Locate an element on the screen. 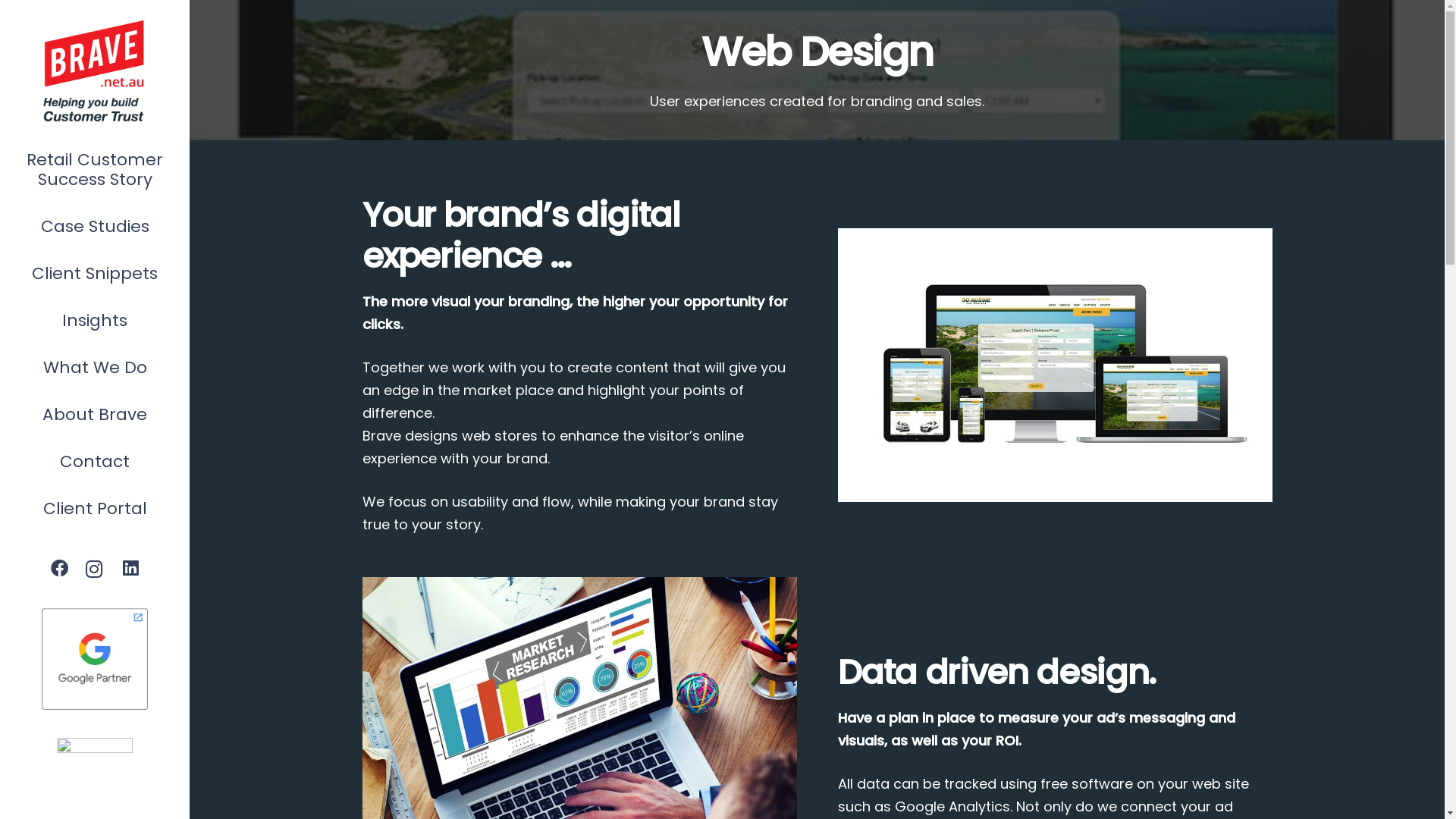 Image resolution: width=1456 pixels, height=819 pixels. 'Contact' is located at coordinates (0, 461).